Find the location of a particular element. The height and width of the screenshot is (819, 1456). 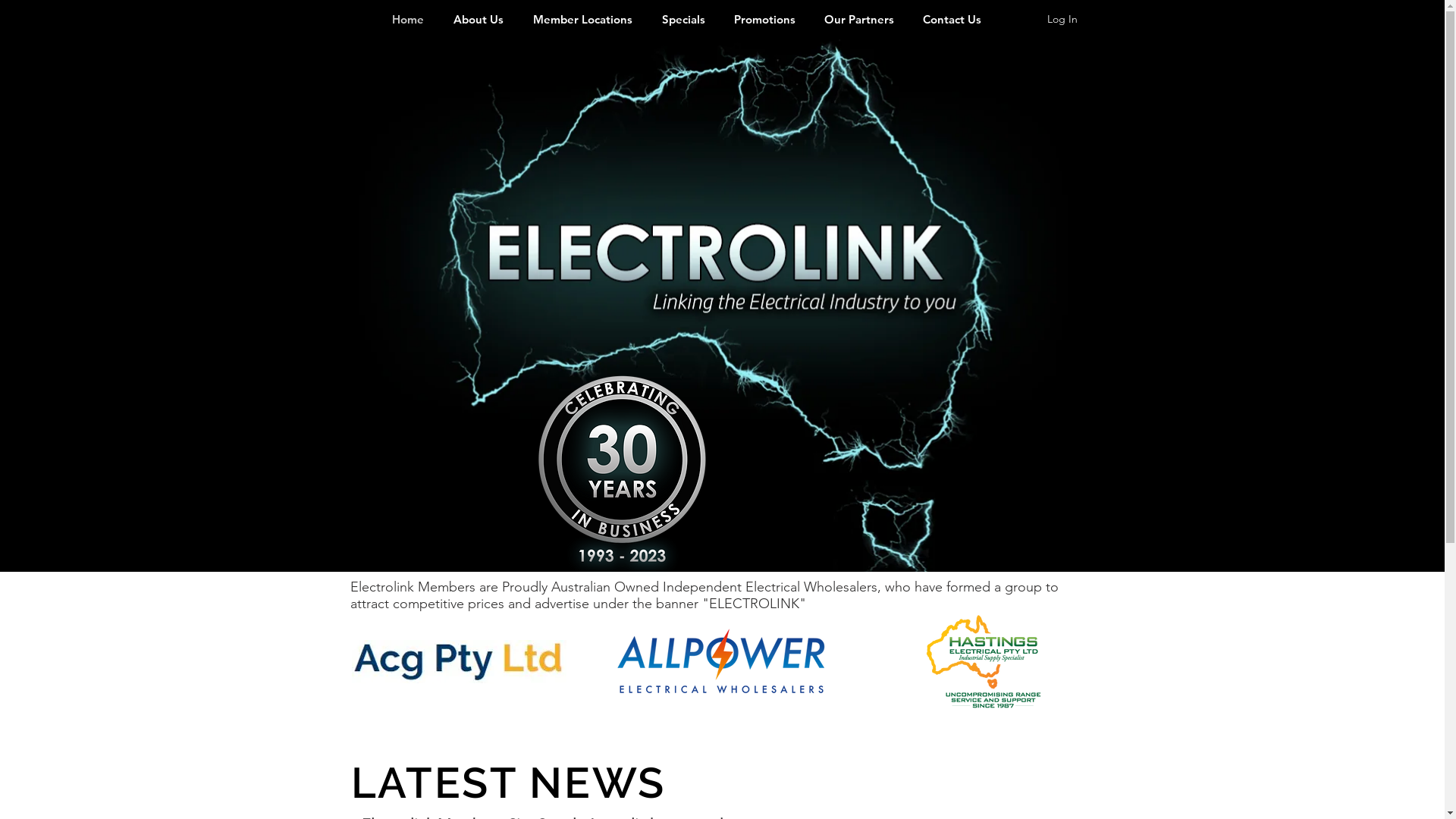

'Our Partners' is located at coordinates (809, 19).